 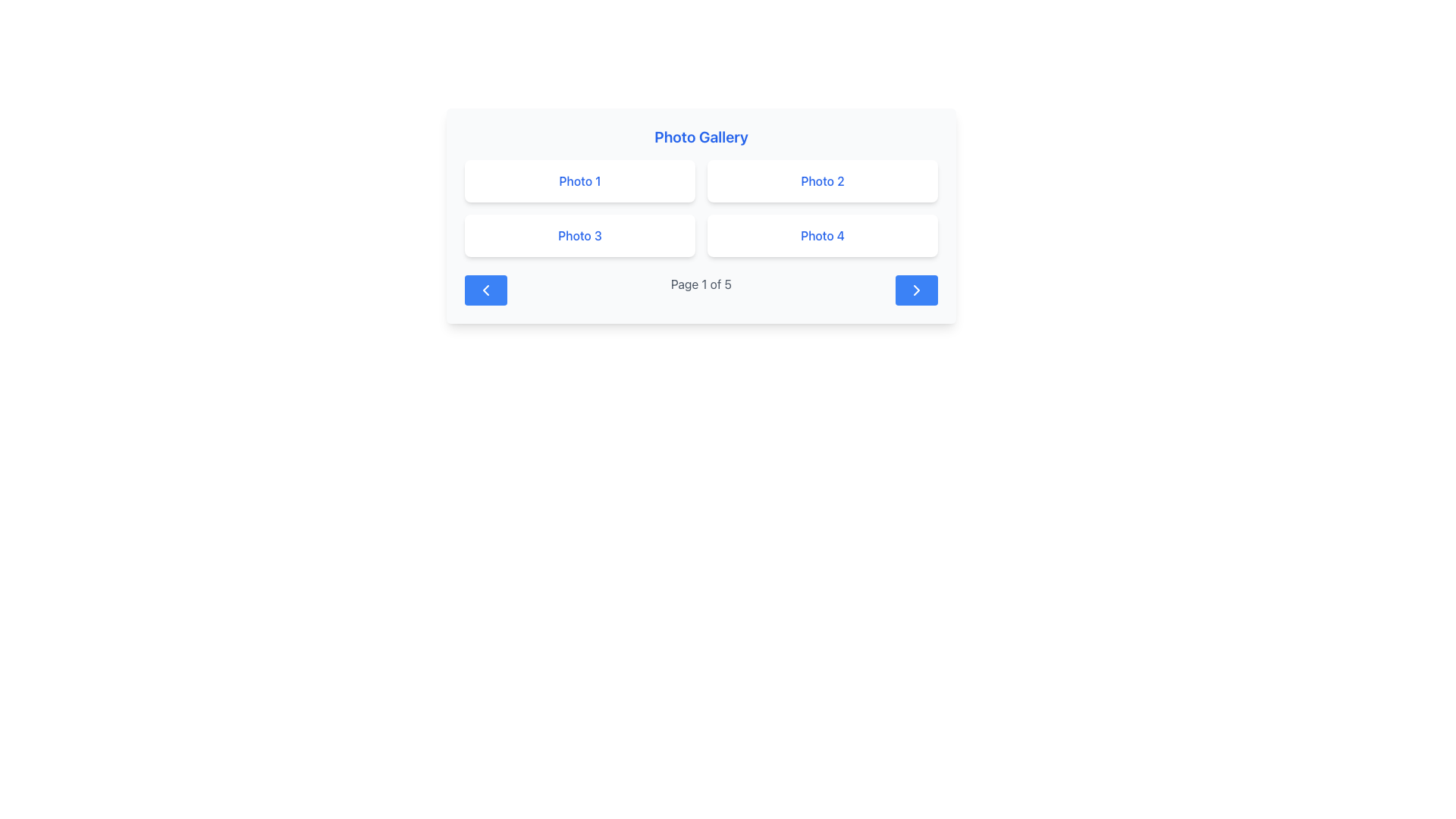 I want to click on the text label displaying the current page number and total page count, which reads 'Page 1 of 5', located in the center of the navigation bar at the bottom of the 'Photo Gallery' section, so click(x=701, y=290).